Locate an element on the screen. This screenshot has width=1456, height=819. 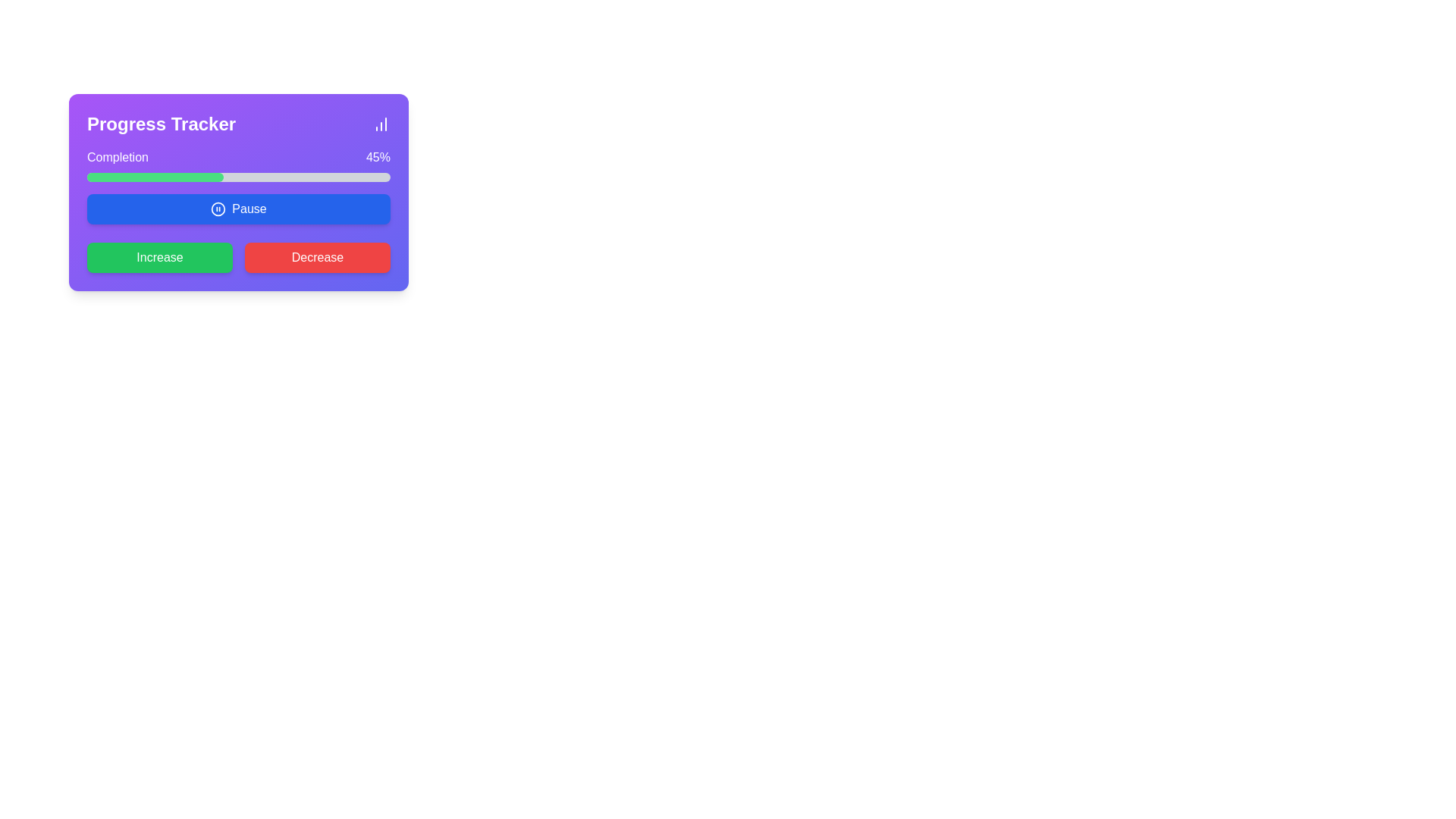
the text label displaying '45%' in white font on a purple background, indicating a completion percentage is located at coordinates (378, 158).